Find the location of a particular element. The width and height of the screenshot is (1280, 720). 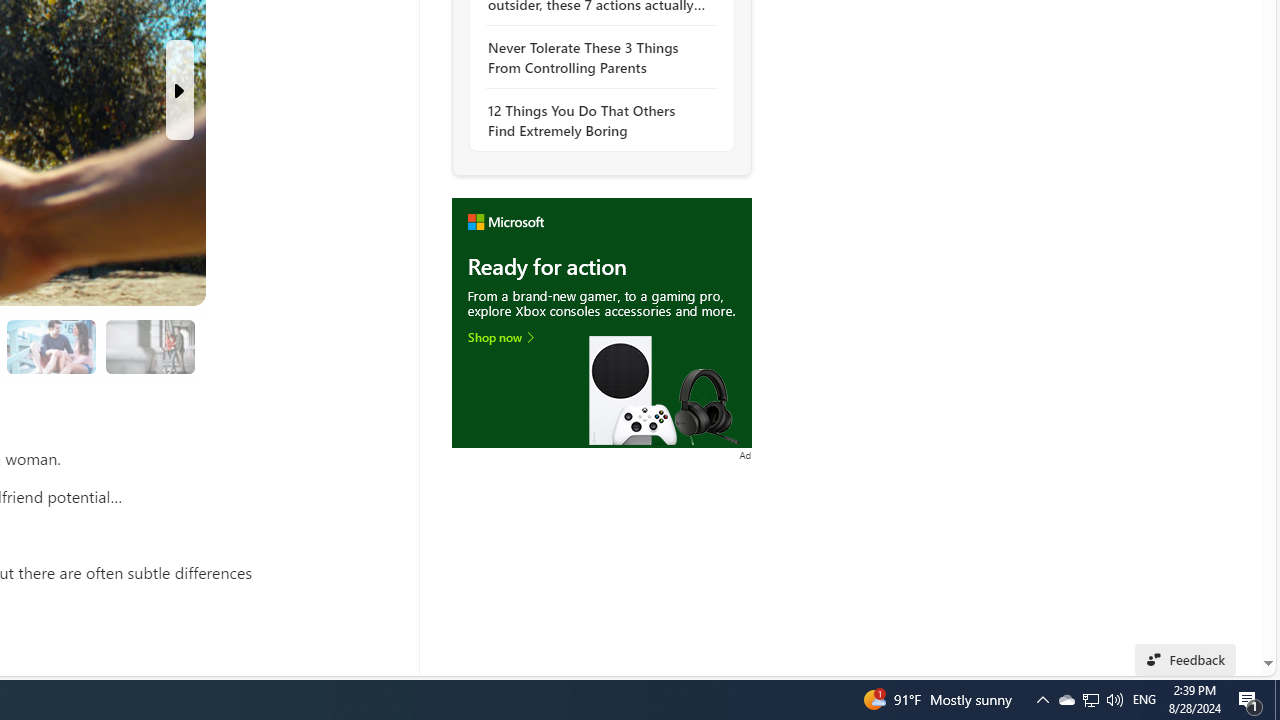

'To get missing image descriptions, open the context menu.' is located at coordinates (600, 321).